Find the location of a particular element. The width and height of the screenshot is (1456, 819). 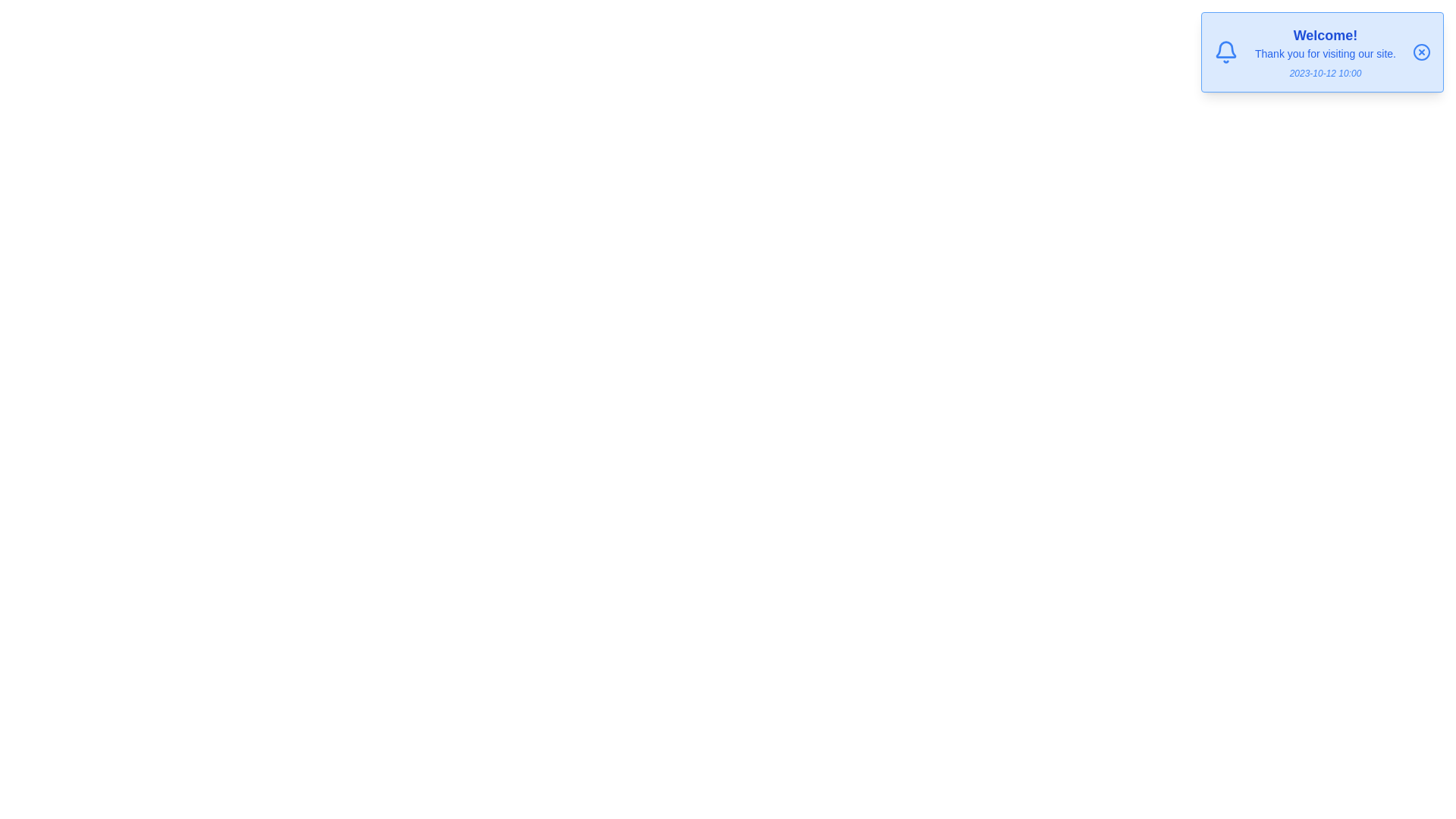

the notification icon located in the snackbar is located at coordinates (1226, 52).